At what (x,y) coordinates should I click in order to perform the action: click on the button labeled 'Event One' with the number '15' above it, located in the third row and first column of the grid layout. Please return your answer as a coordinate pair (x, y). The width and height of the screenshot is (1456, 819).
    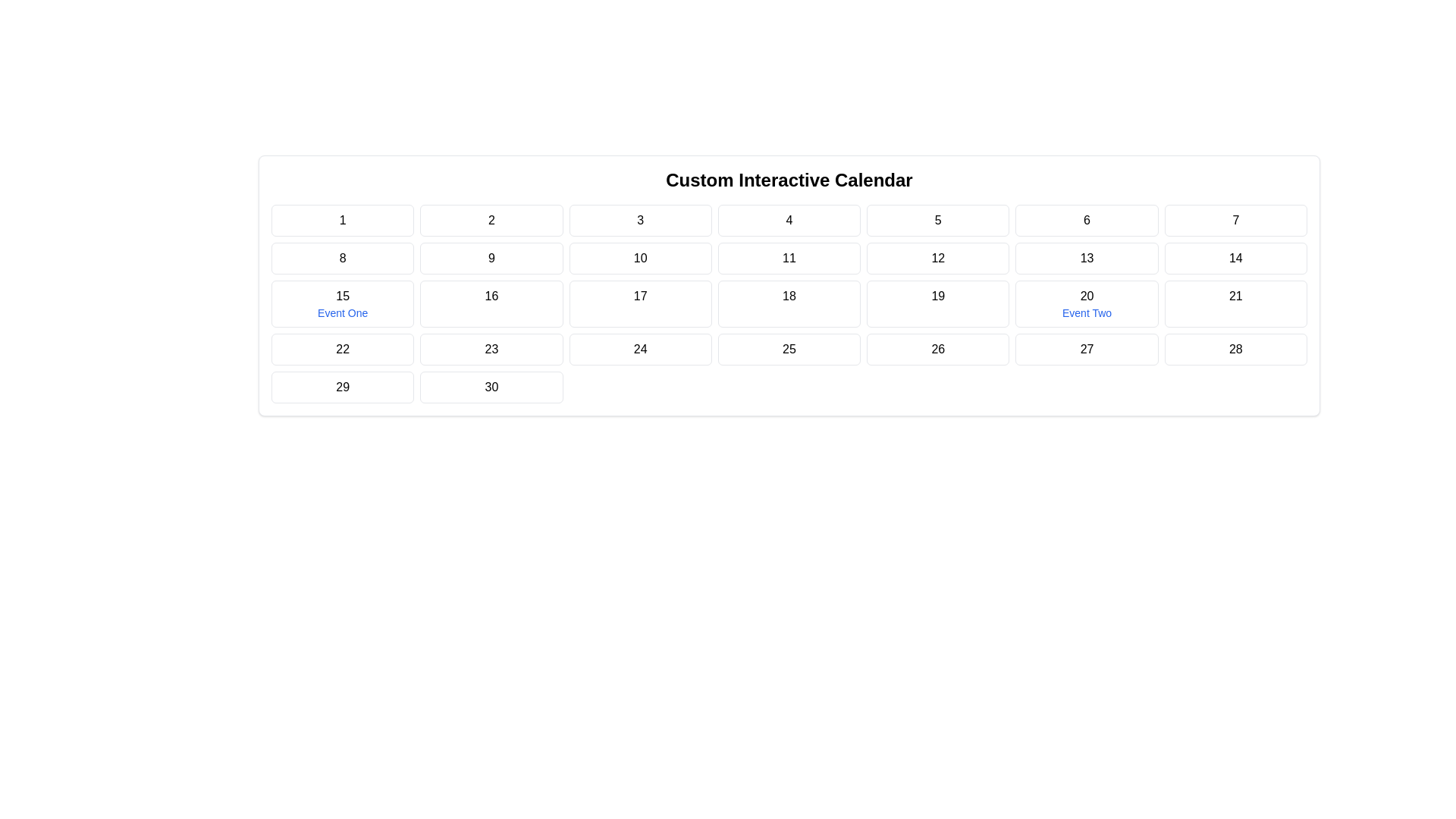
    Looking at the image, I should click on (342, 304).